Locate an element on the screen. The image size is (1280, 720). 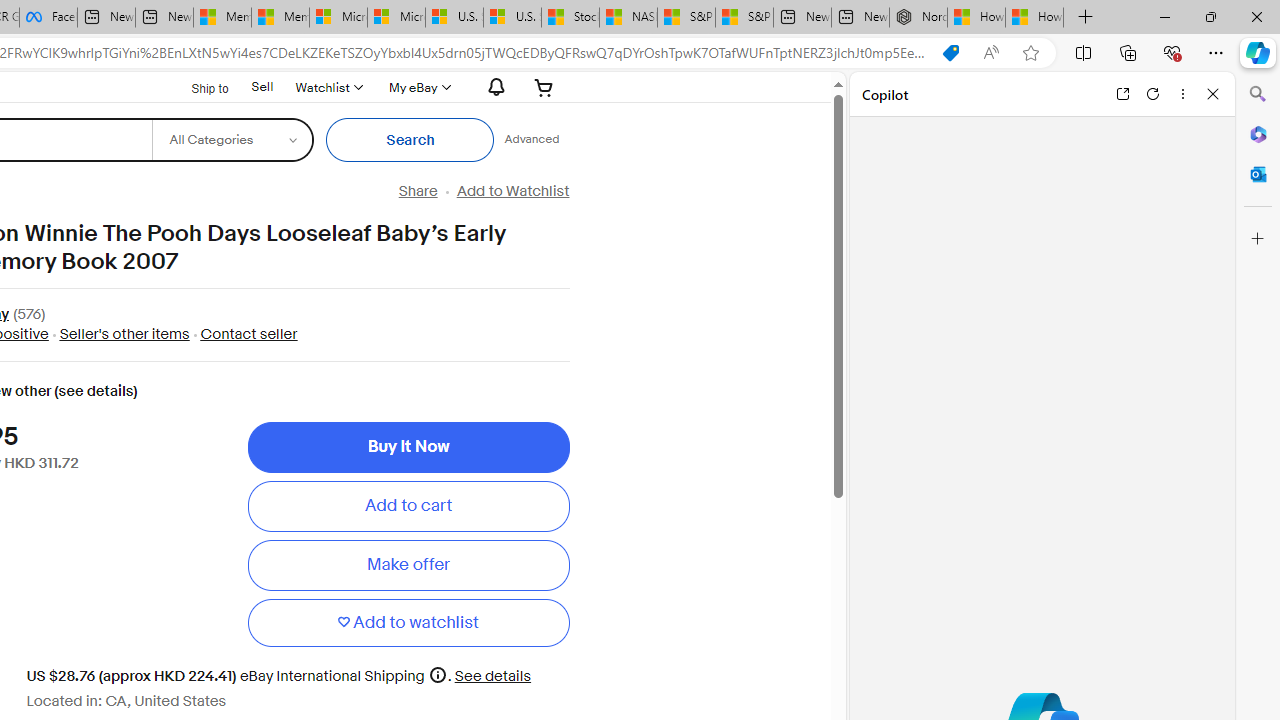
'Customize' is located at coordinates (1257, 238).